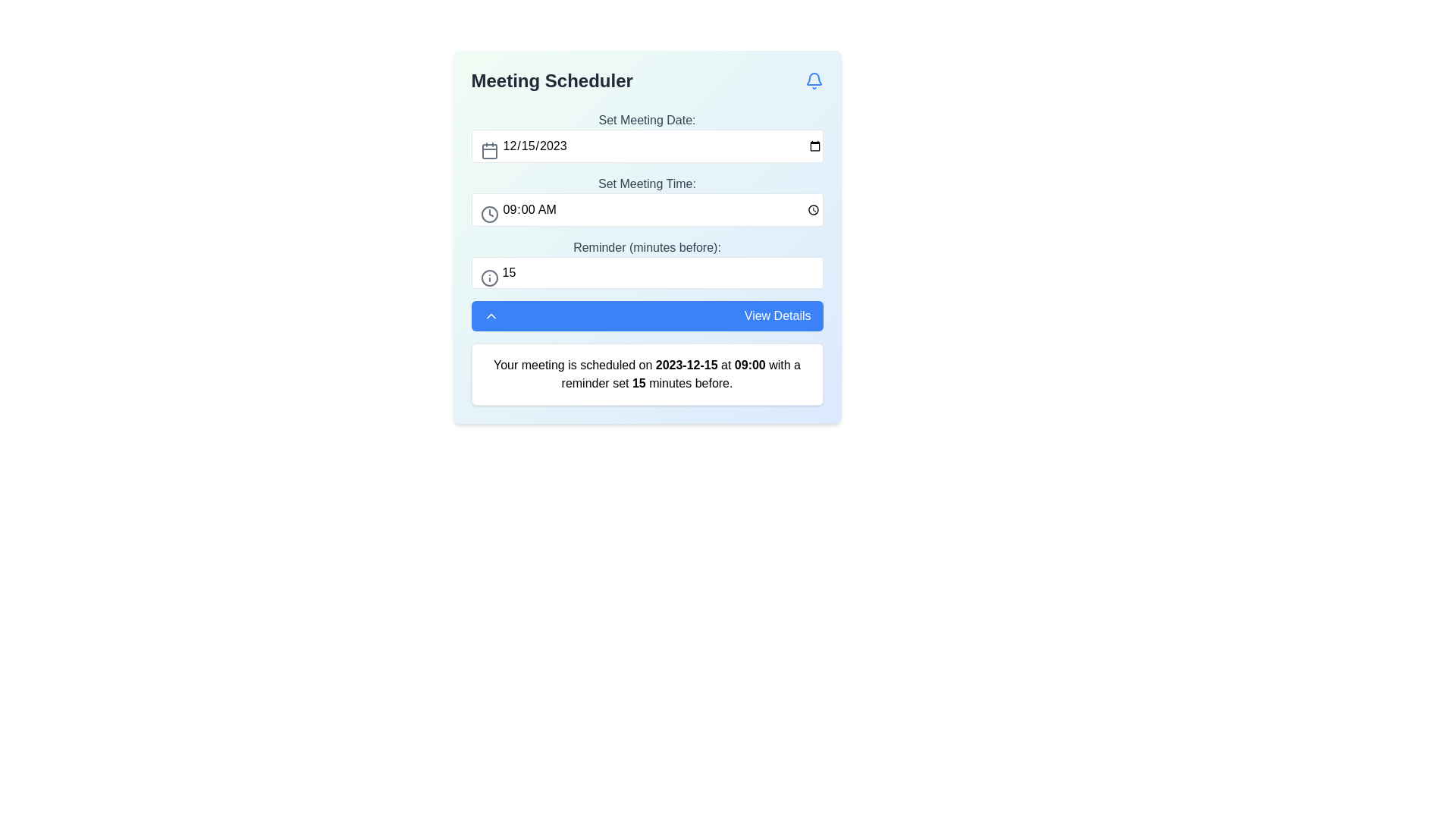 Image resolution: width=1456 pixels, height=819 pixels. I want to click on the decorative clock icon located to the left of the text input field for setting the meeting time in the 'Set Meeting Time' section, so click(489, 214).